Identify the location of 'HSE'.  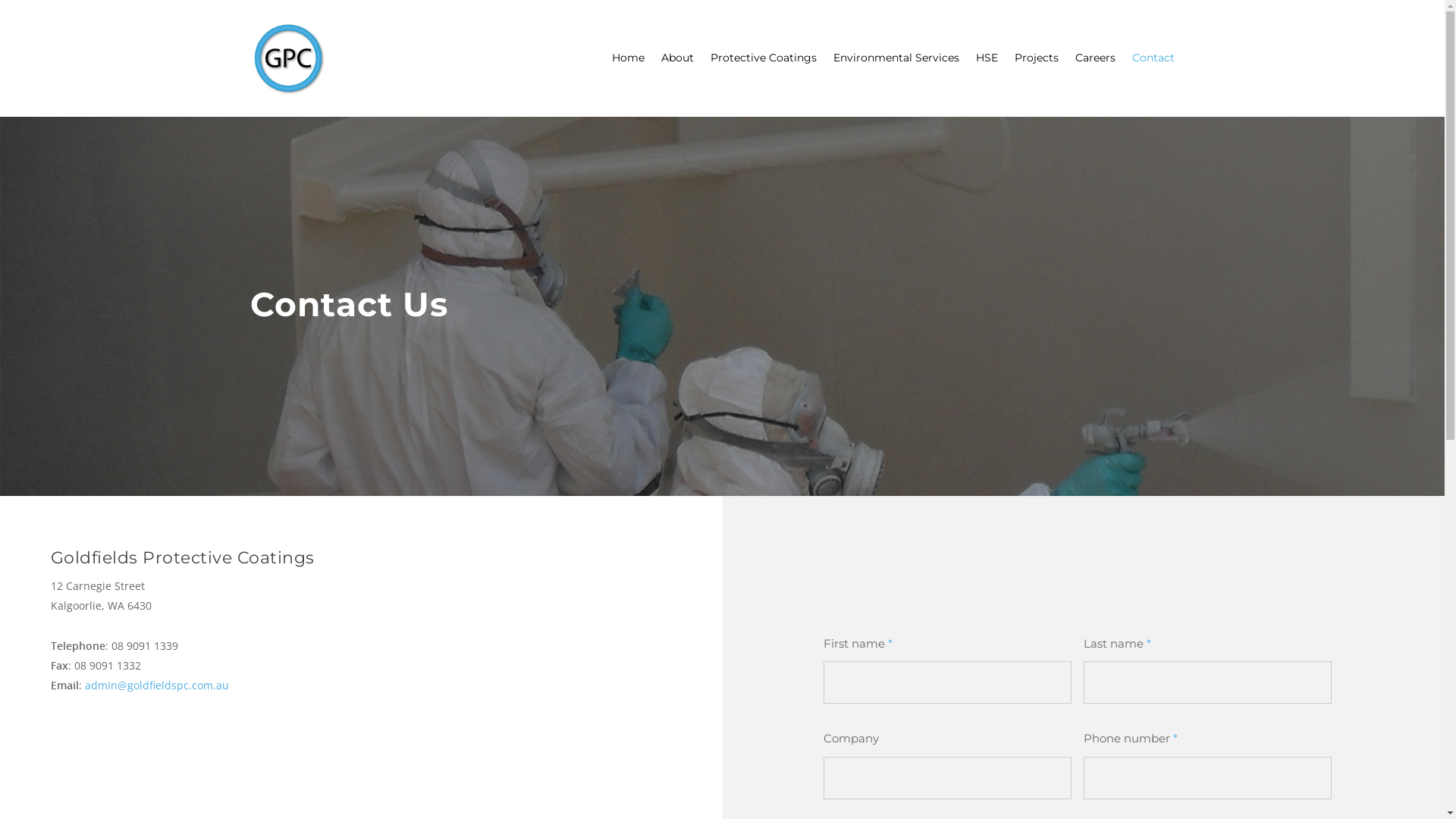
(987, 69).